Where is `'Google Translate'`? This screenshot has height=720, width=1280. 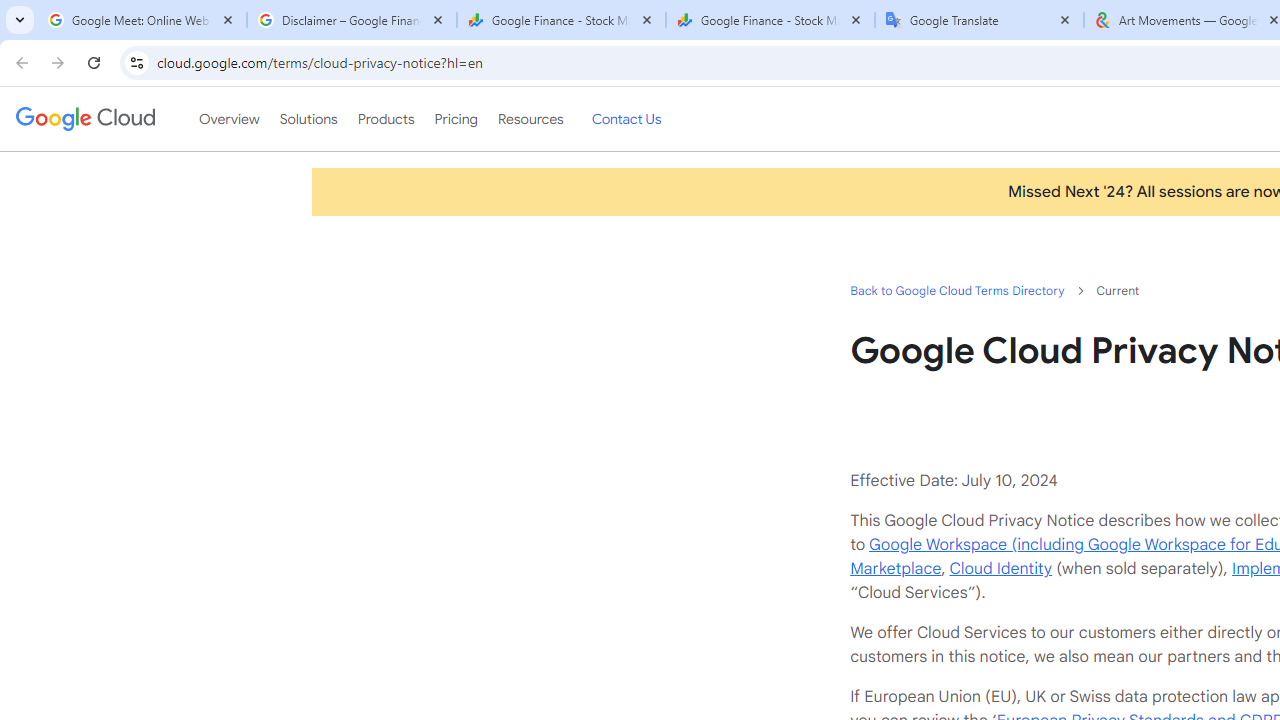
'Google Translate' is located at coordinates (979, 20).